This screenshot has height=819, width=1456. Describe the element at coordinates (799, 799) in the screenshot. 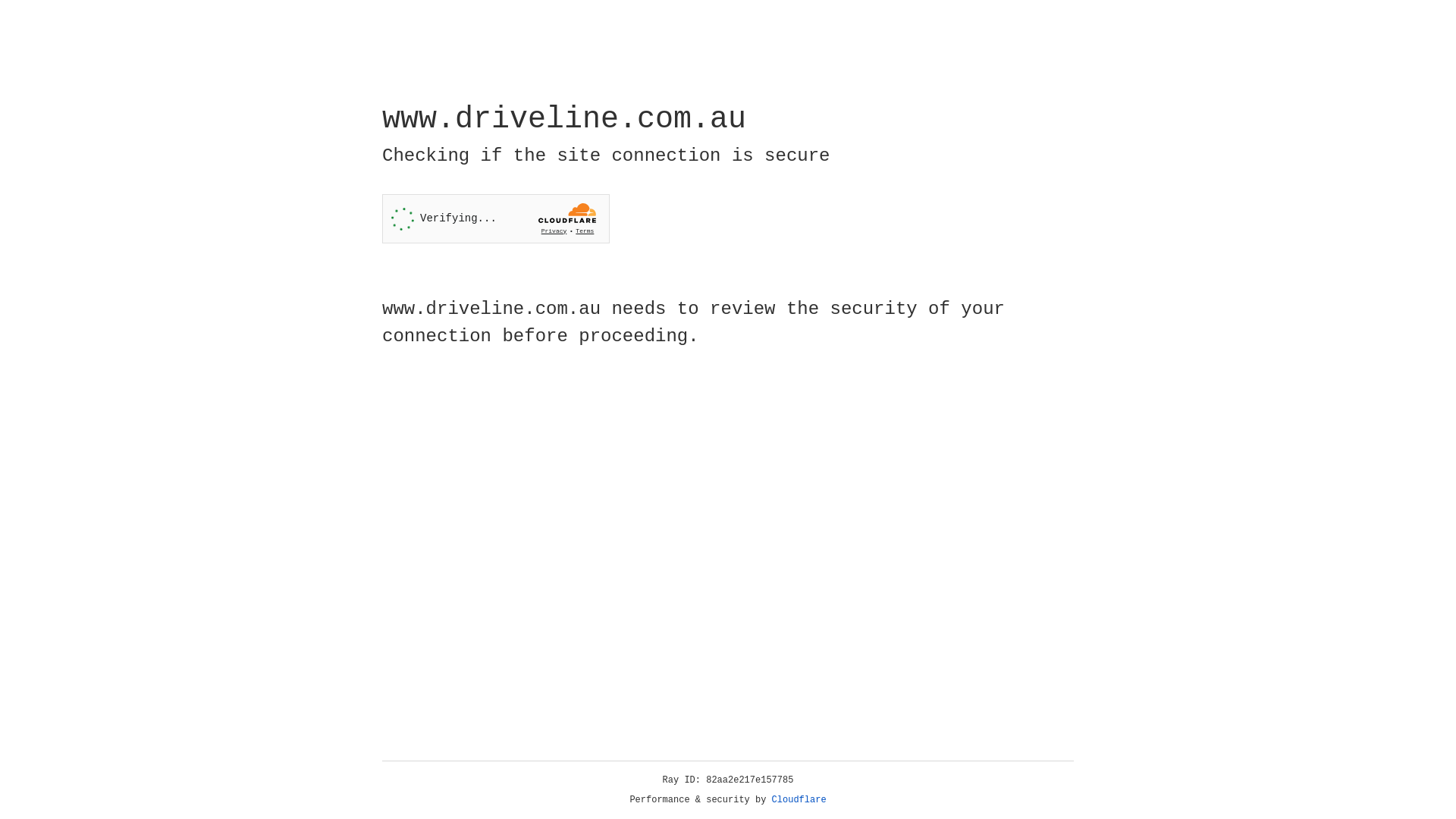

I see `'Cloudflare'` at that location.